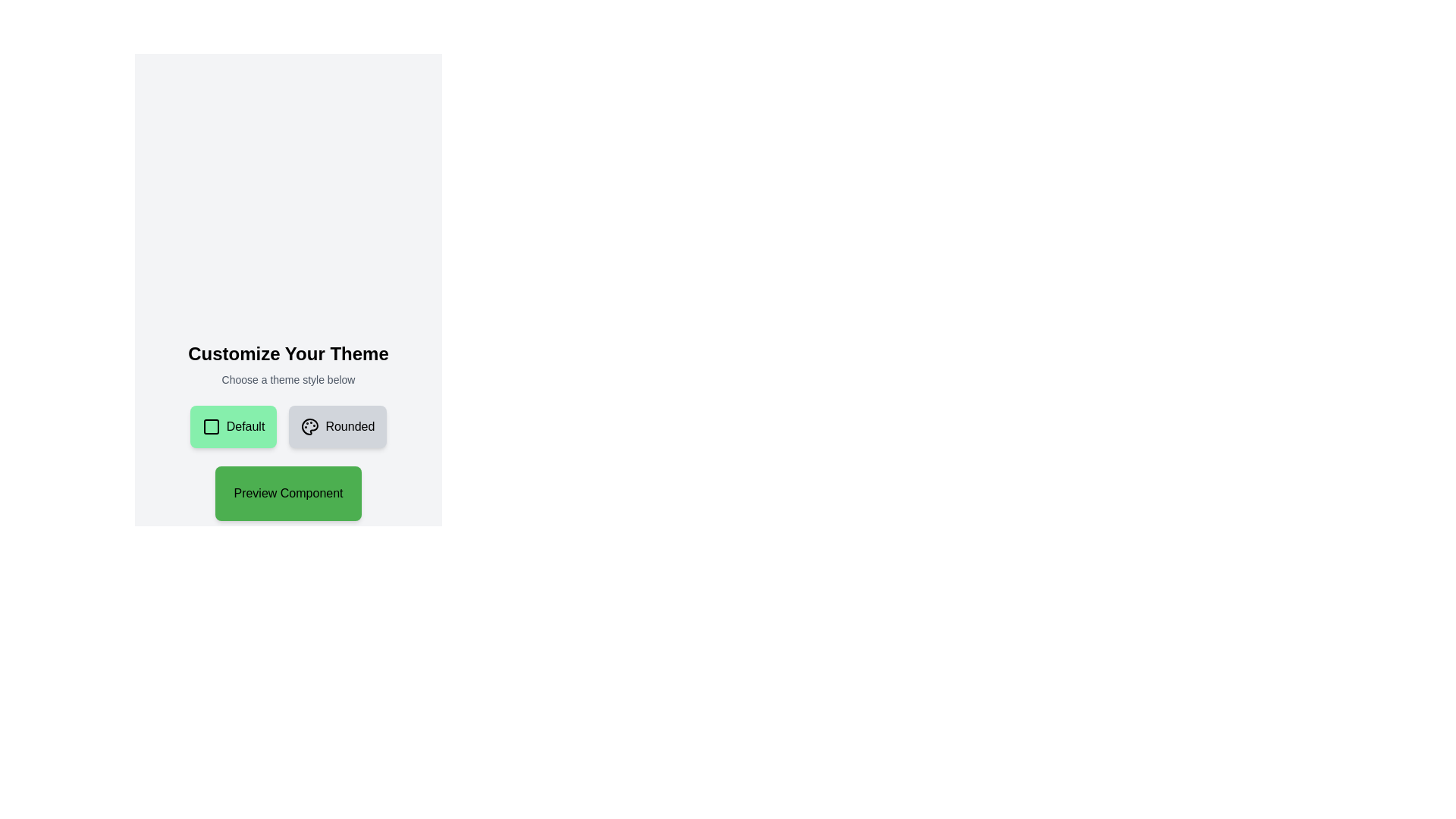 The height and width of the screenshot is (819, 1456). Describe the element at coordinates (288, 353) in the screenshot. I see `the prominent text header displaying 'Customize Your Theme', which is styled in a bold, large font and located at the top of the content section` at that location.